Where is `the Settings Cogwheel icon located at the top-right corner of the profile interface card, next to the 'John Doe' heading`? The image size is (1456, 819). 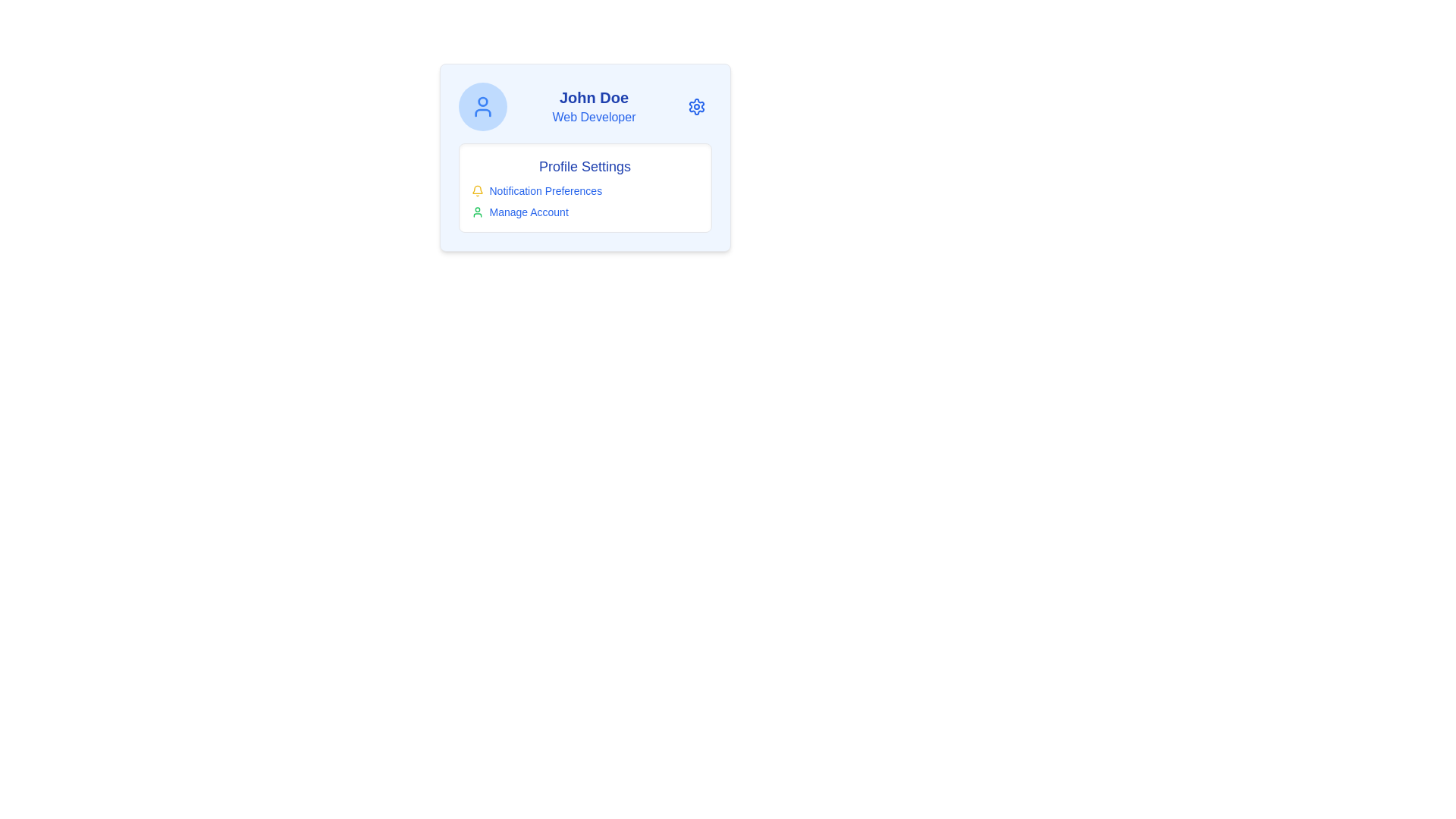
the Settings Cogwheel icon located at the top-right corner of the profile interface card, next to the 'John Doe' heading is located at coordinates (695, 106).